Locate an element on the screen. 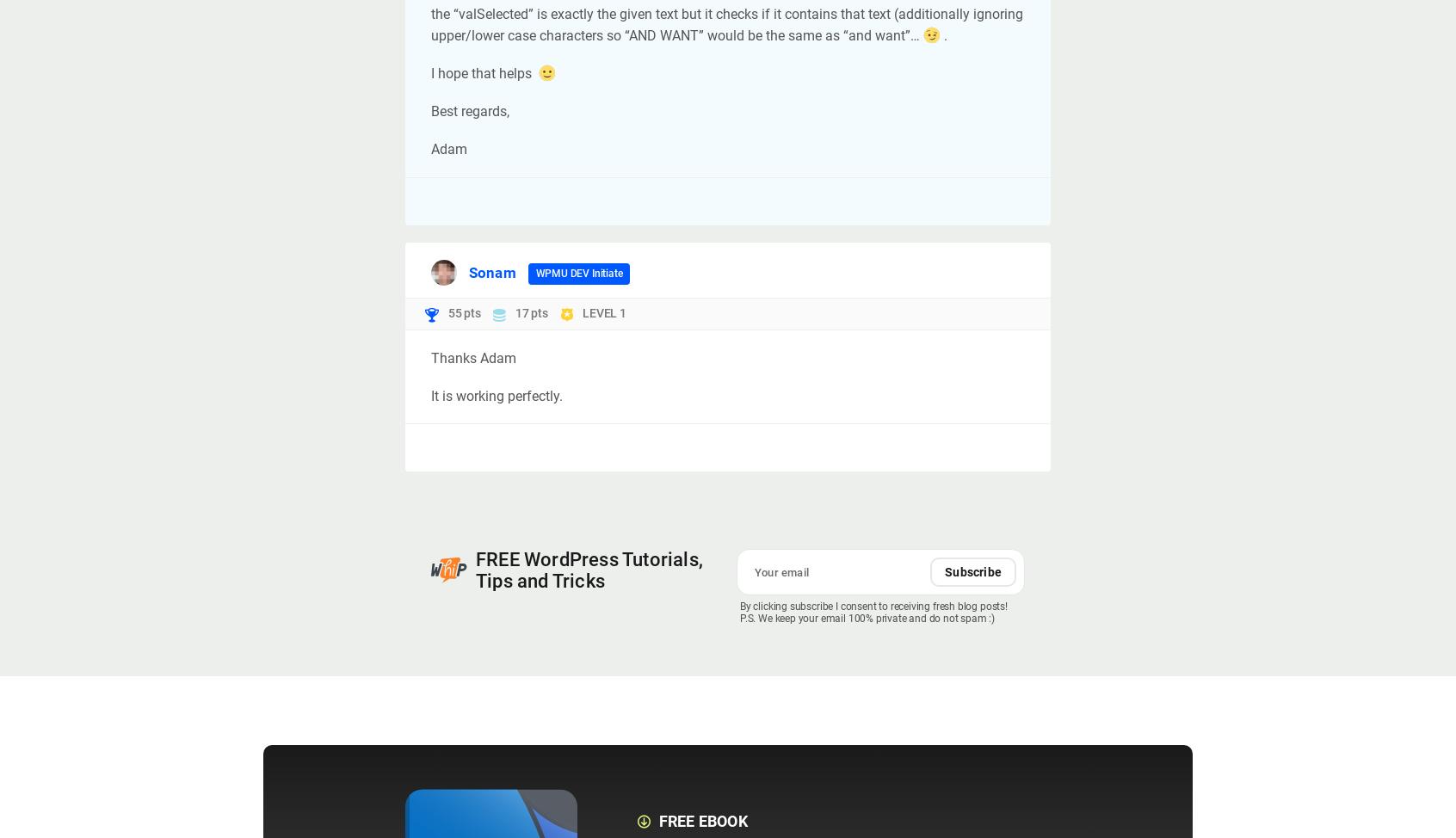 Image resolution: width=1456 pixels, height=838 pixels. 'I hope that helps' is located at coordinates (483, 72).